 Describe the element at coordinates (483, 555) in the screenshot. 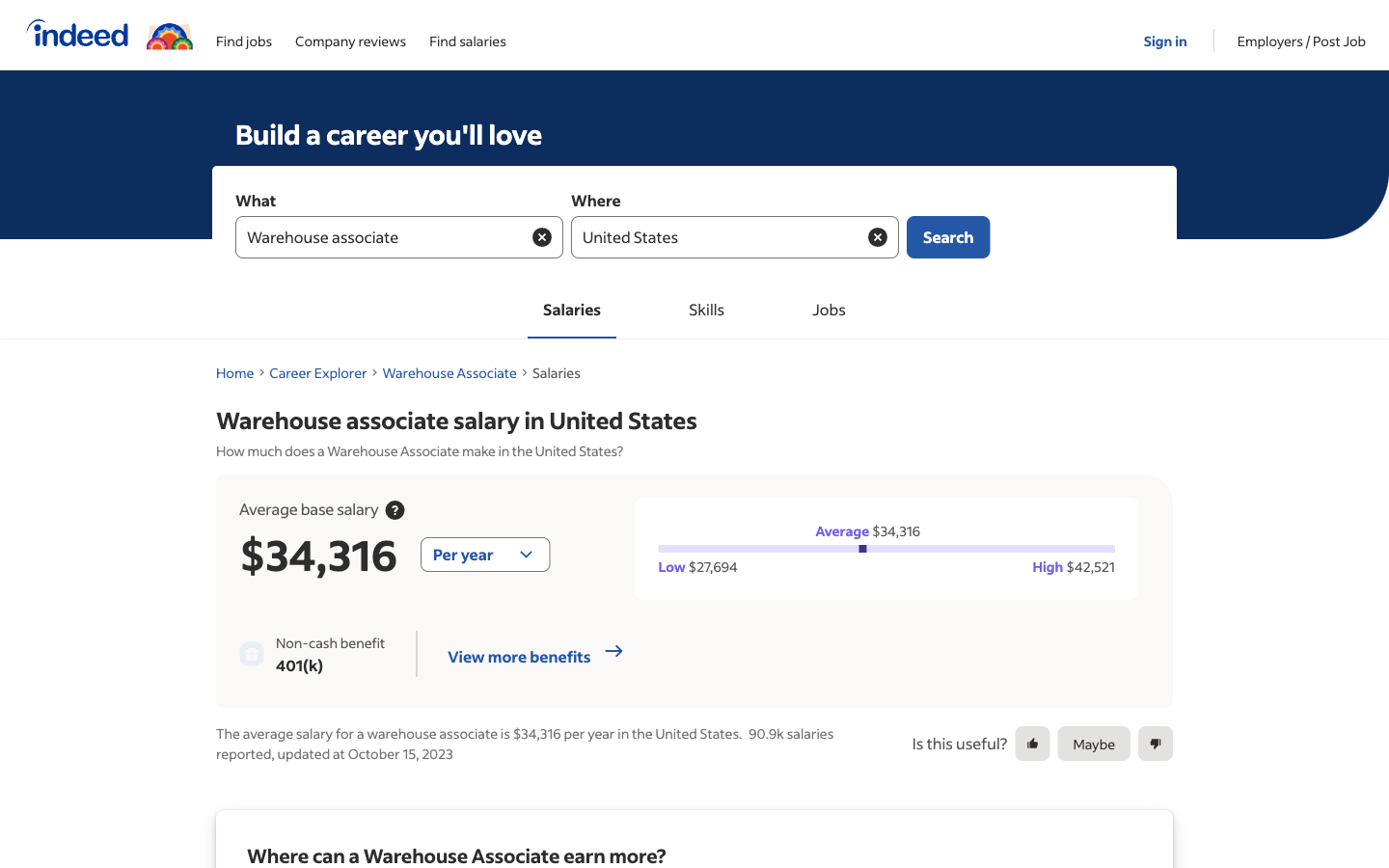

I see `Alter the salary display option` at that location.